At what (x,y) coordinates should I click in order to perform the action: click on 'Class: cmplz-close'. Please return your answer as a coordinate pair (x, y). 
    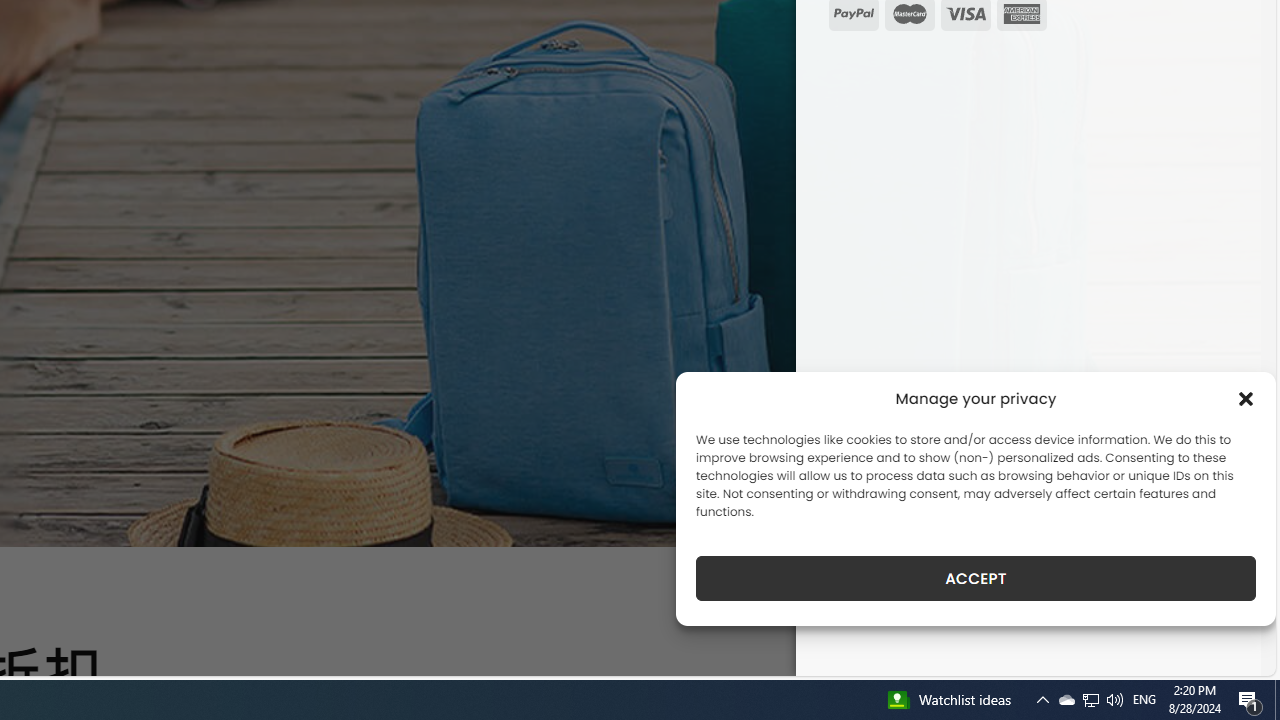
    Looking at the image, I should click on (1245, 398).